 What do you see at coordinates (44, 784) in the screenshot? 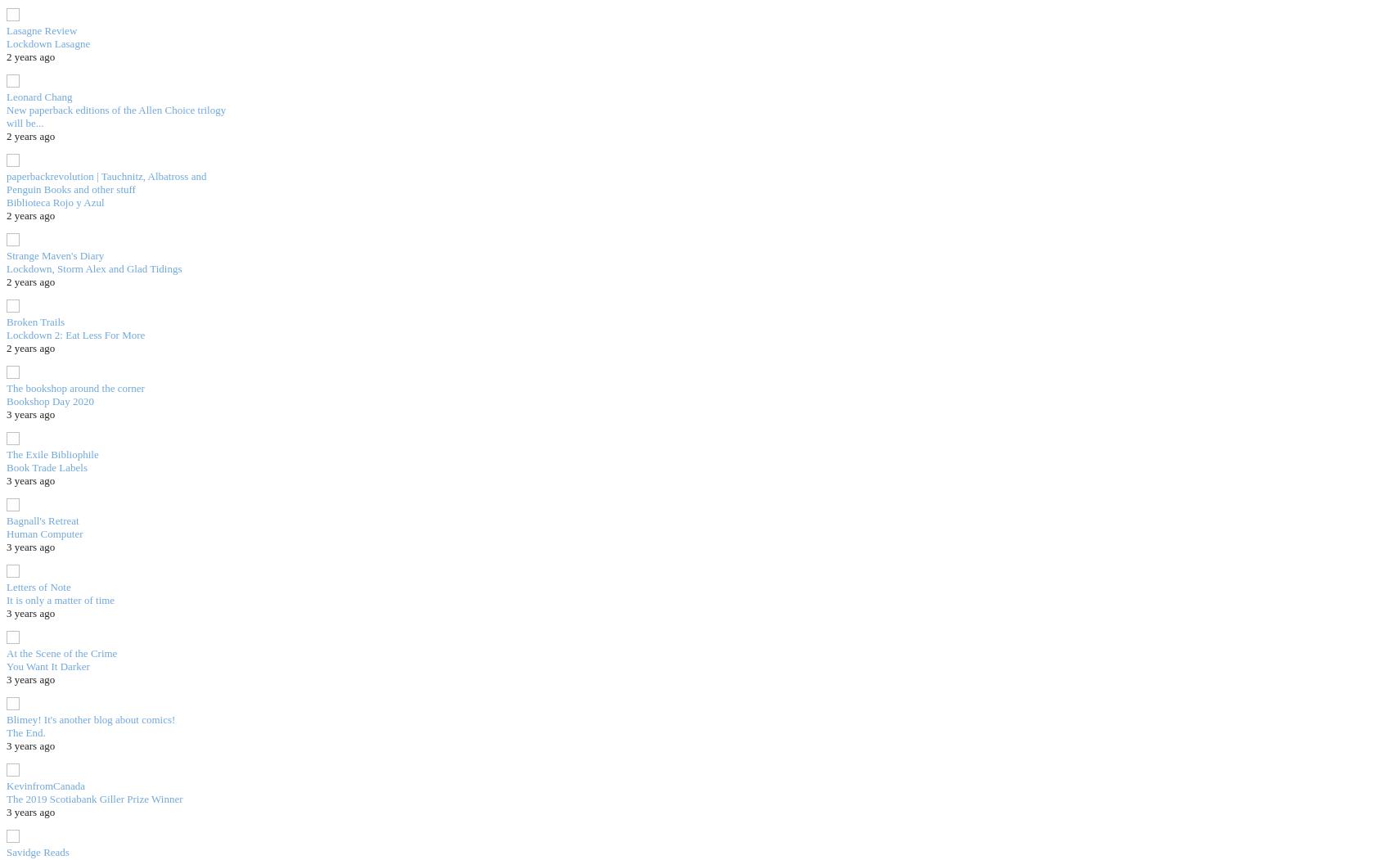
I see `'KevinfromCanada'` at bounding box center [44, 784].